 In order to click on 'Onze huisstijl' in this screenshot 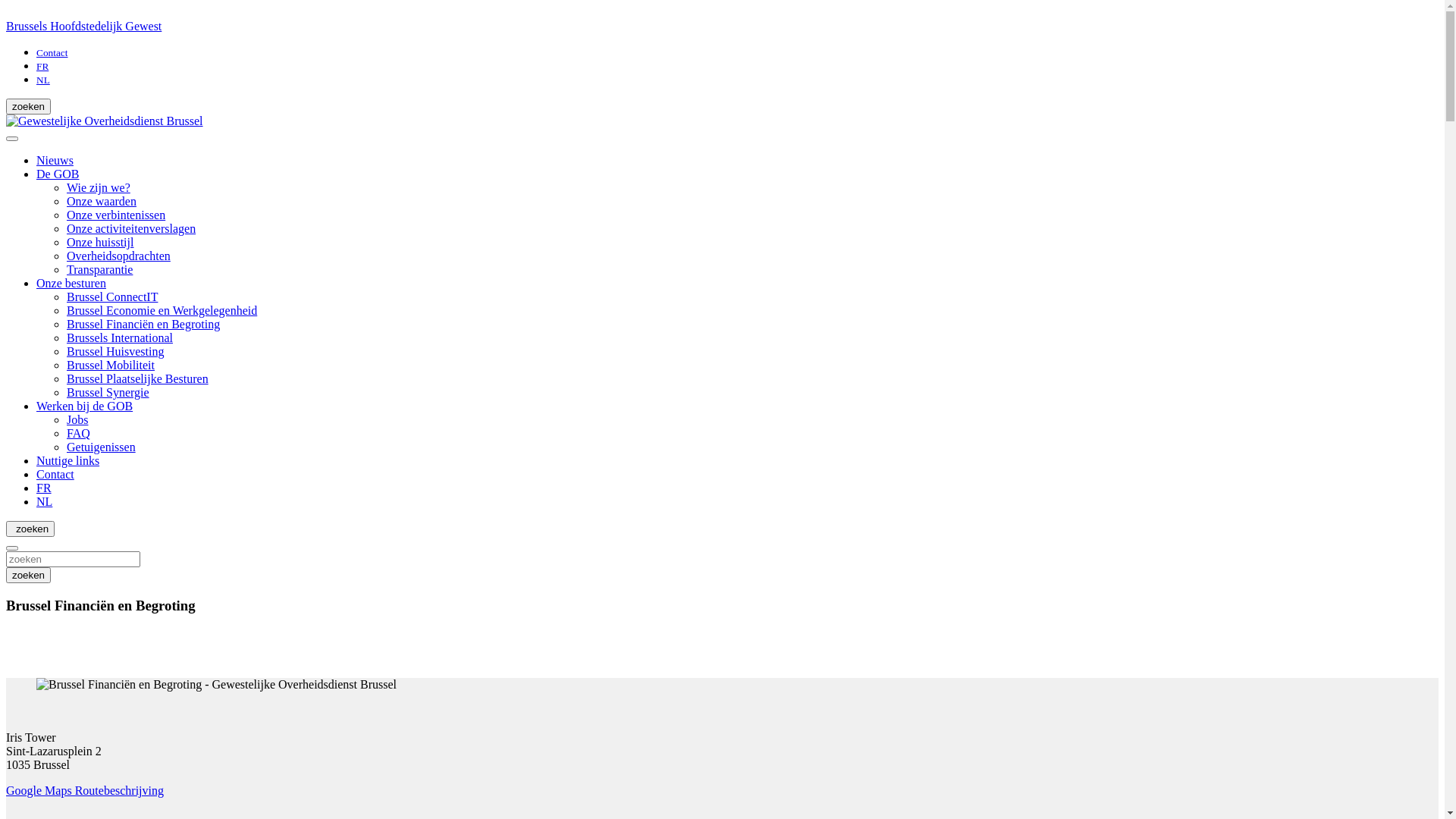, I will do `click(99, 241)`.